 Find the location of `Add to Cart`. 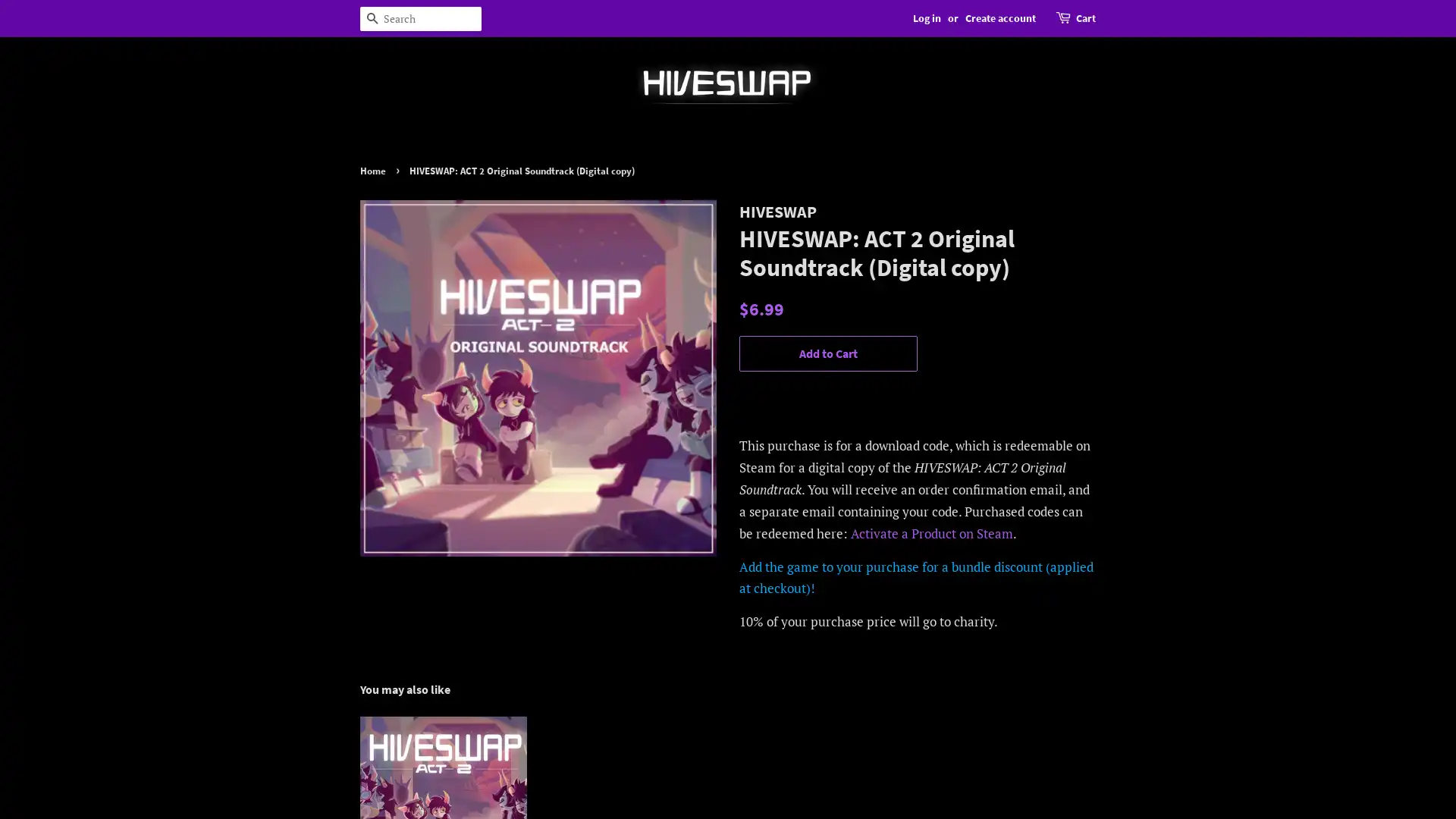

Add to Cart is located at coordinates (827, 353).